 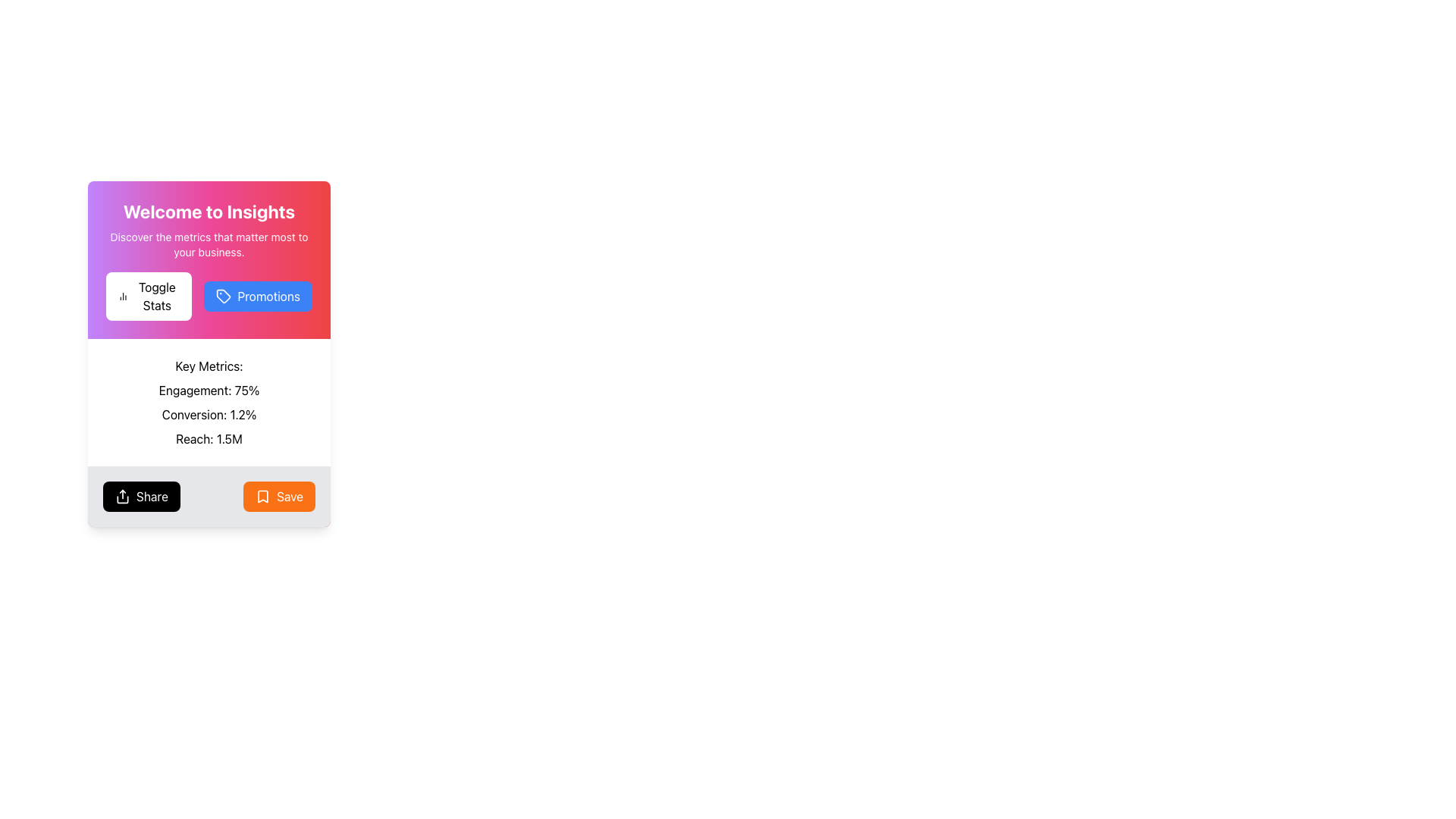 What do you see at coordinates (208, 402) in the screenshot?
I see `the Informational Text Section that contains the title 'Key Metrics:' and data points such as 'Engagement: 75%', 'Conversion: 1.2%', and 'Reach: 1.5M'` at bounding box center [208, 402].